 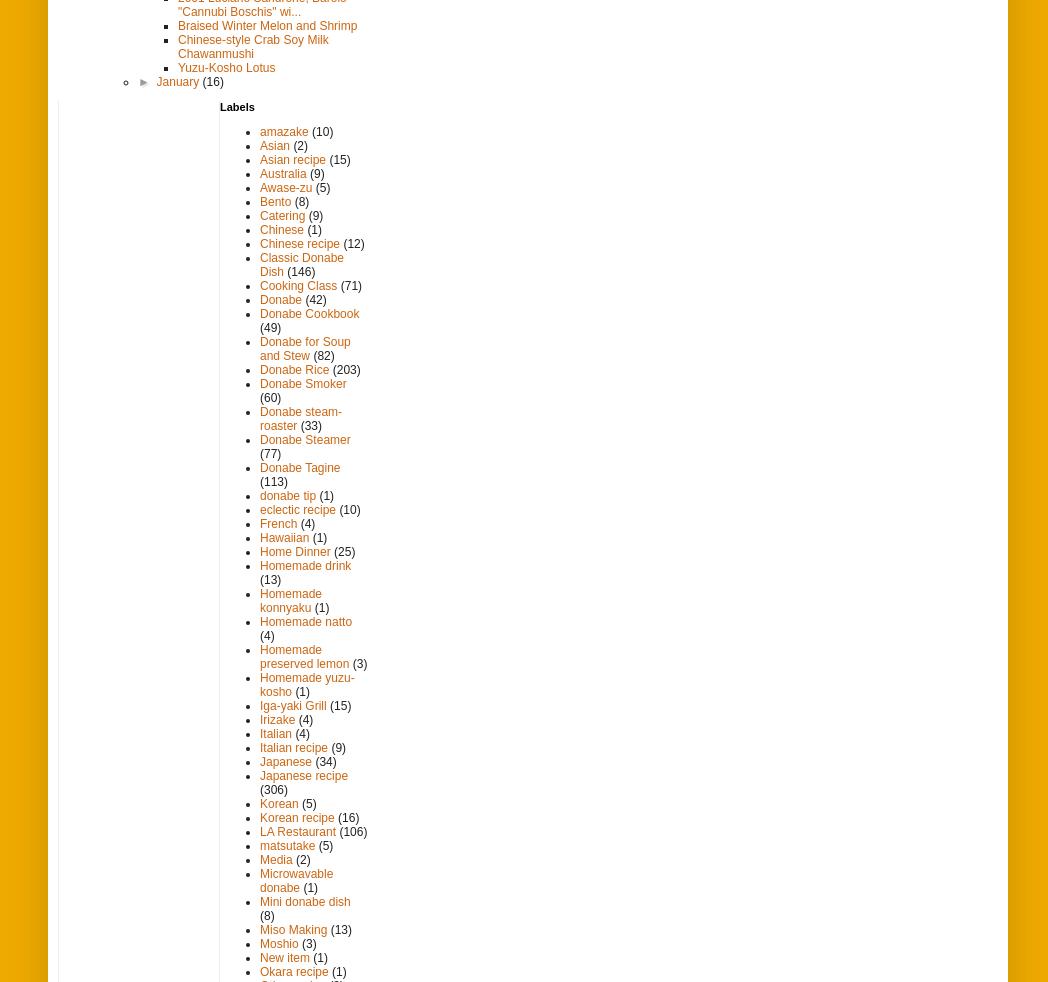 I want to click on 'Bento', so click(x=260, y=200).